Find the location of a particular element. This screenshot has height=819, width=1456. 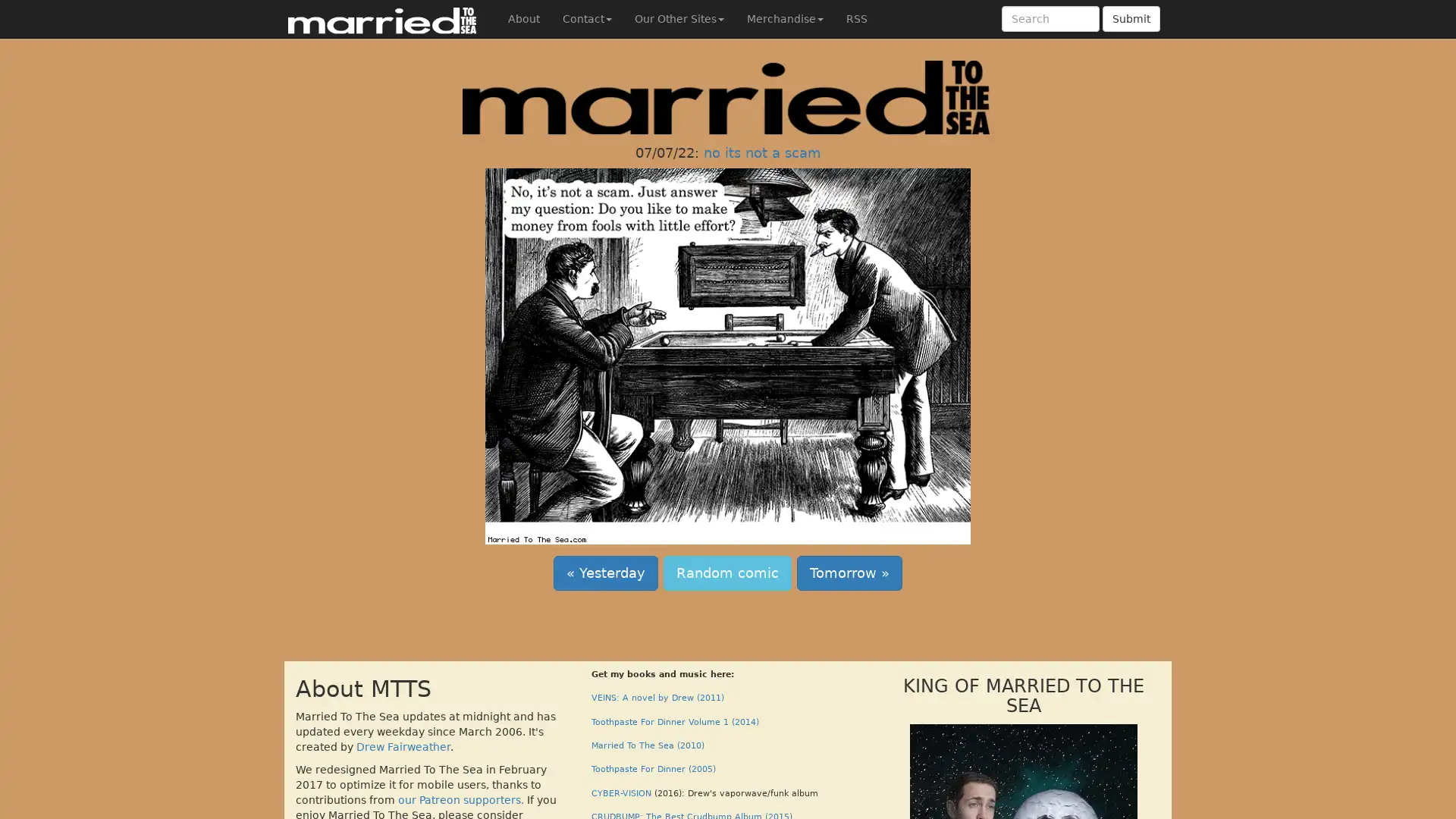

Tomorrow is located at coordinates (849, 573).